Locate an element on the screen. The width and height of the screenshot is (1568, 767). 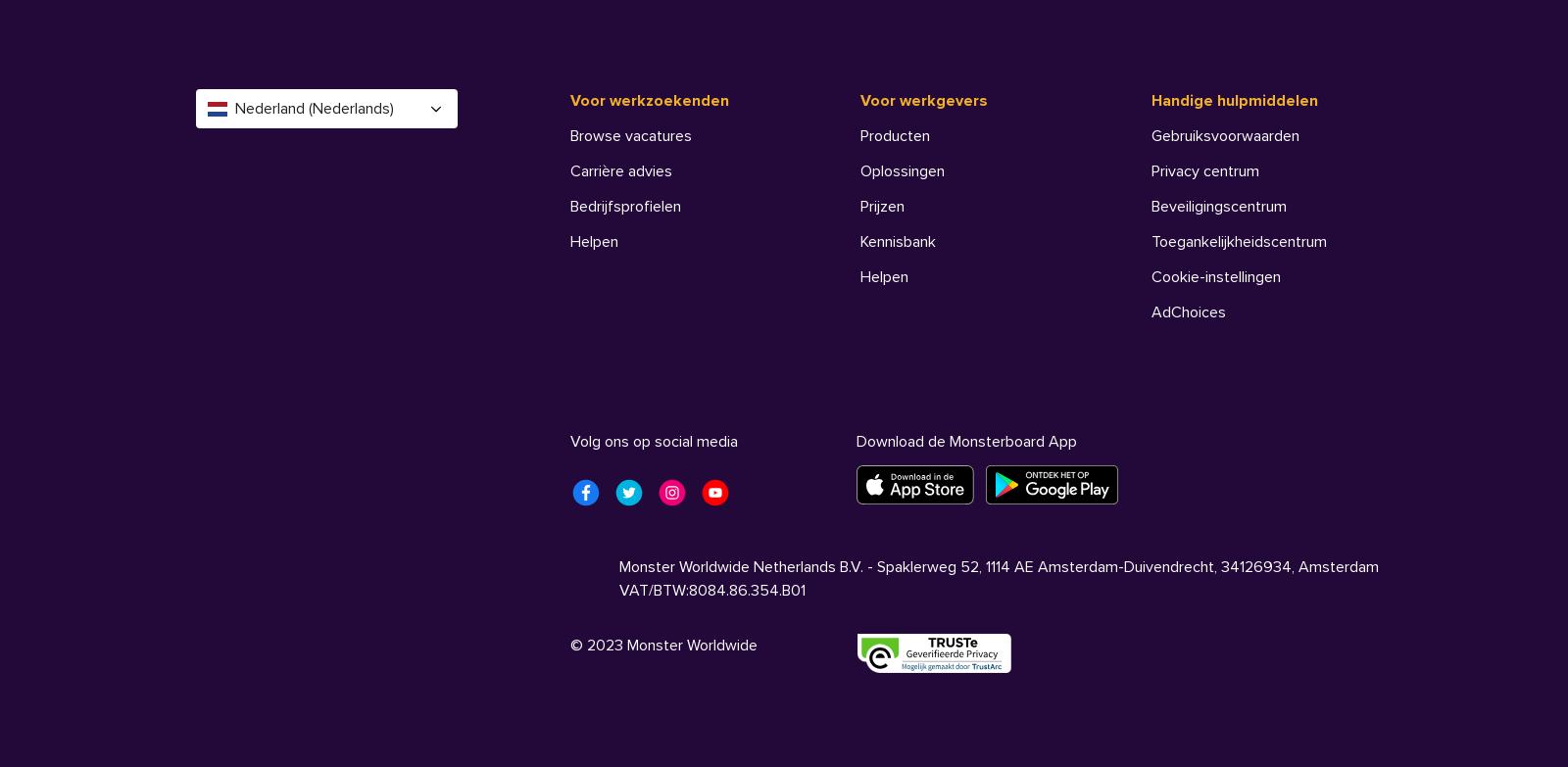
'Monster Worldwide Netherlands B.V. - Spaklerweg 52, 1114 AE Amsterdam-Duivendrecht, 34126934, Amsterdam VAT/BTW:8084.86.354.B01' is located at coordinates (999, 578).